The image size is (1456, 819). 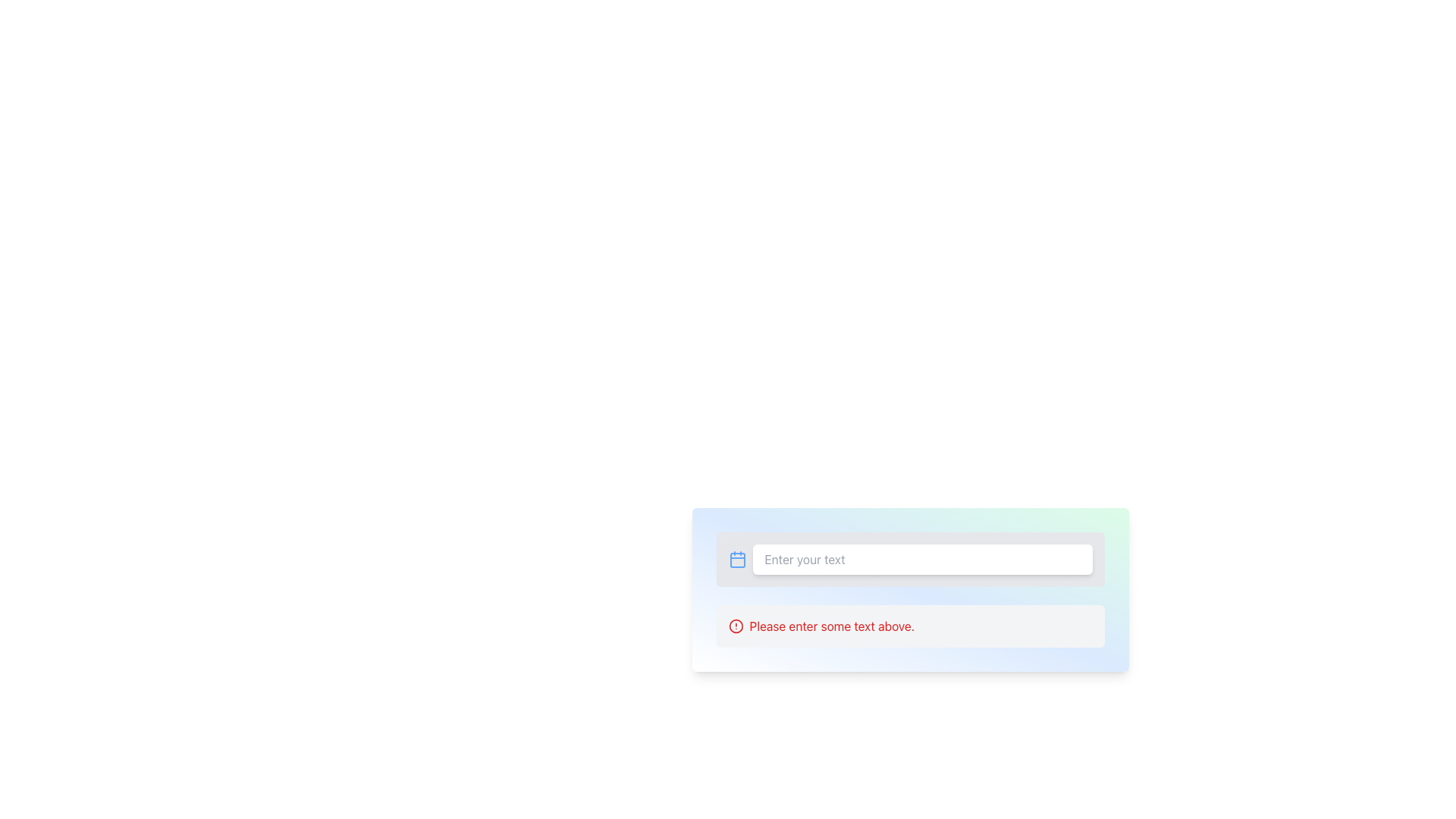 I want to click on the Informational Validation Message that displays 'Please enter some text above.' with a gray background and a red warning icon, located below the input field with the placeholder 'Enter your text', so click(x=910, y=626).